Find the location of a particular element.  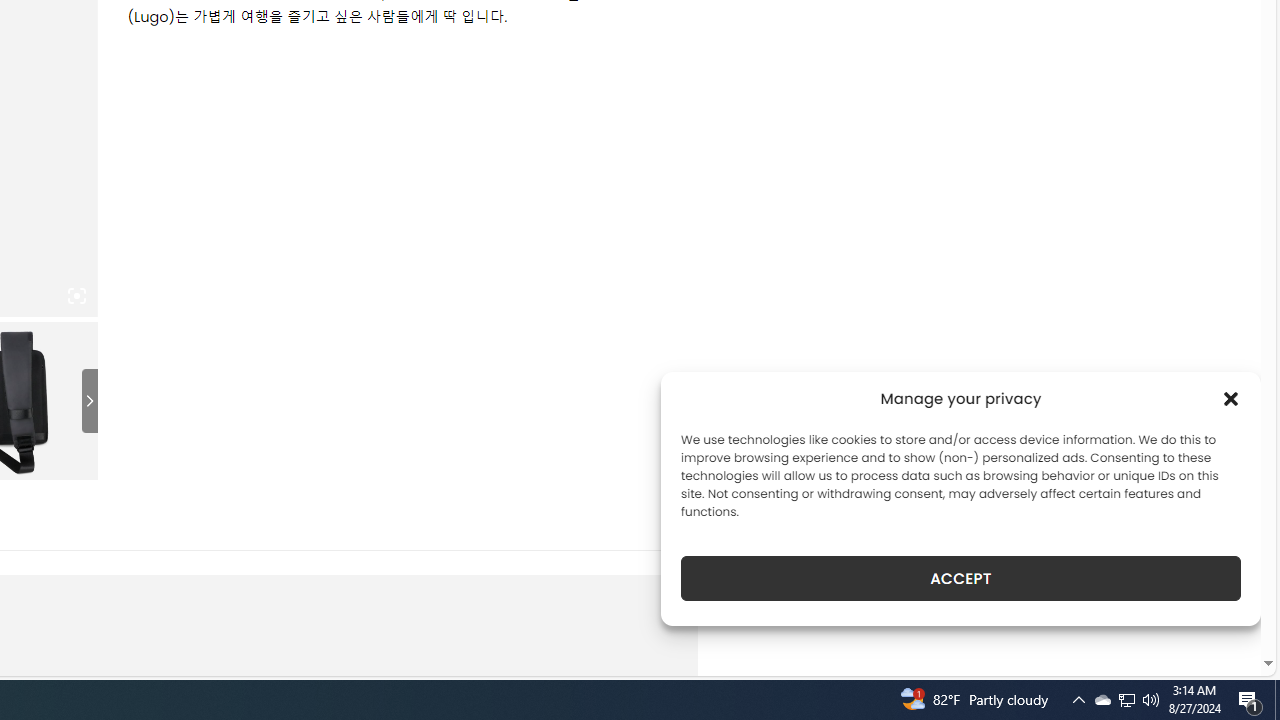

'Class: cmplz-close' is located at coordinates (1230, 398).